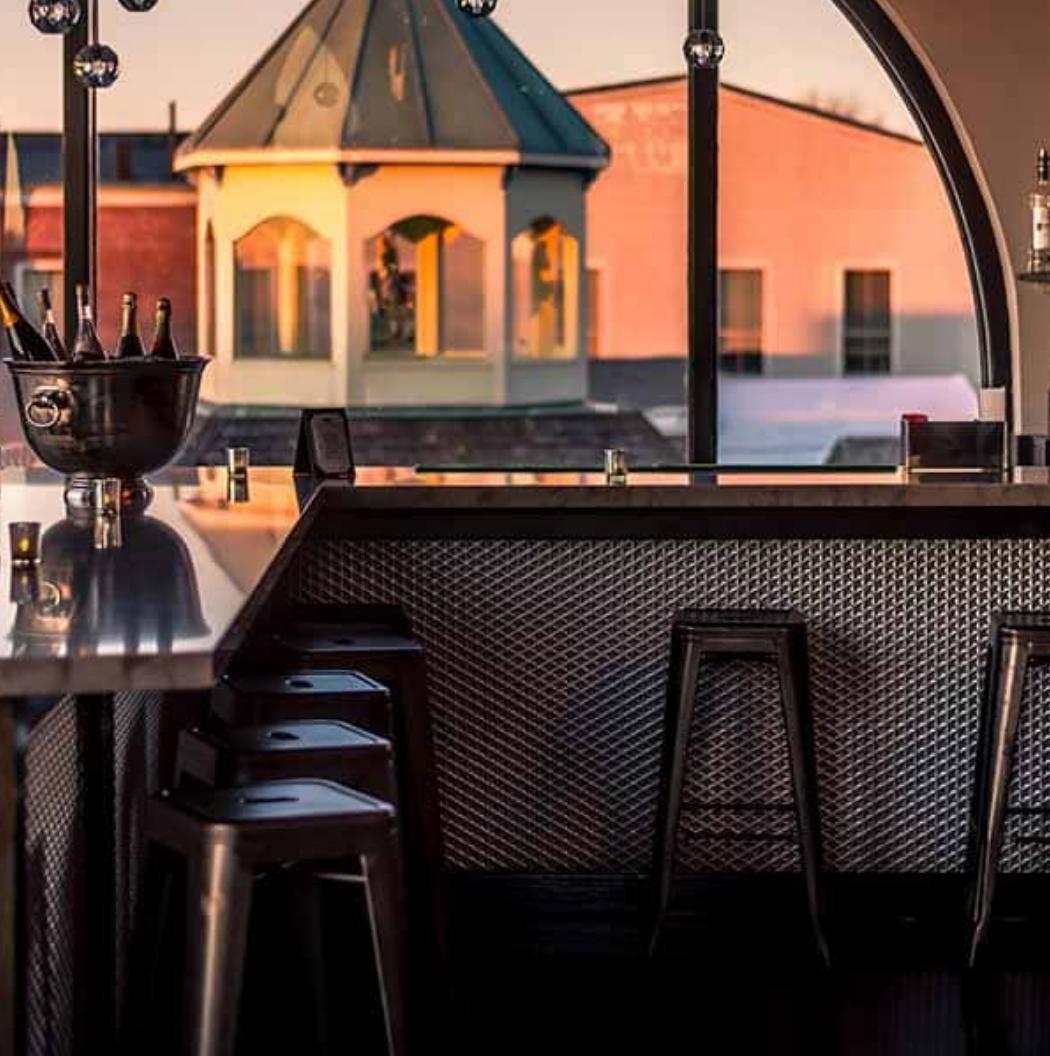 This screenshot has height=1056, width=1050. Describe the element at coordinates (302, 448) in the screenshot. I see `'handled through Eventbrite.'` at that location.